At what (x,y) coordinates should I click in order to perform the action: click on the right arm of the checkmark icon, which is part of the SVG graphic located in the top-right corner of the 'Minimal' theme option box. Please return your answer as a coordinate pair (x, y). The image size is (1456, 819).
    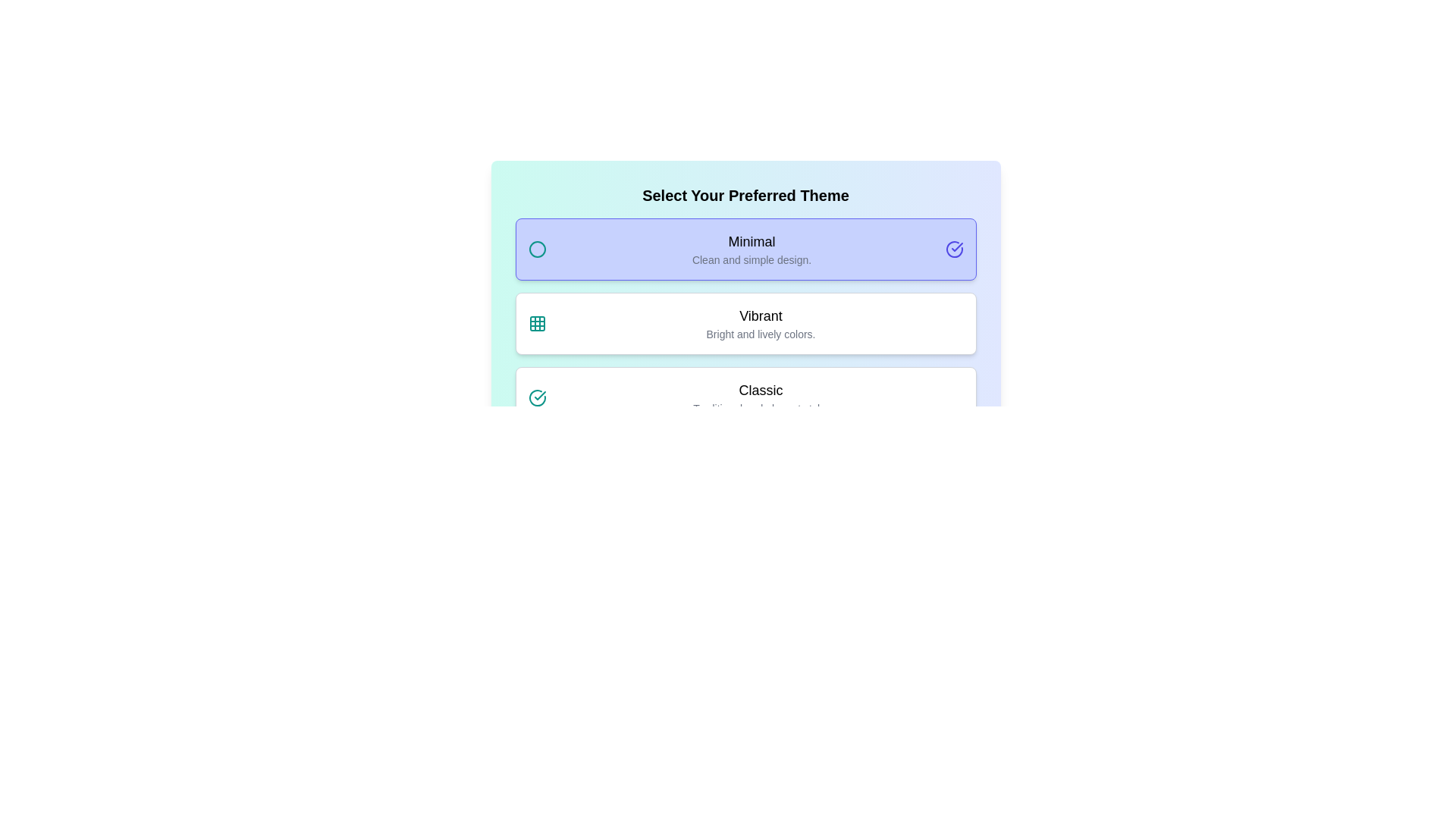
    Looking at the image, I should click on (956, 246).